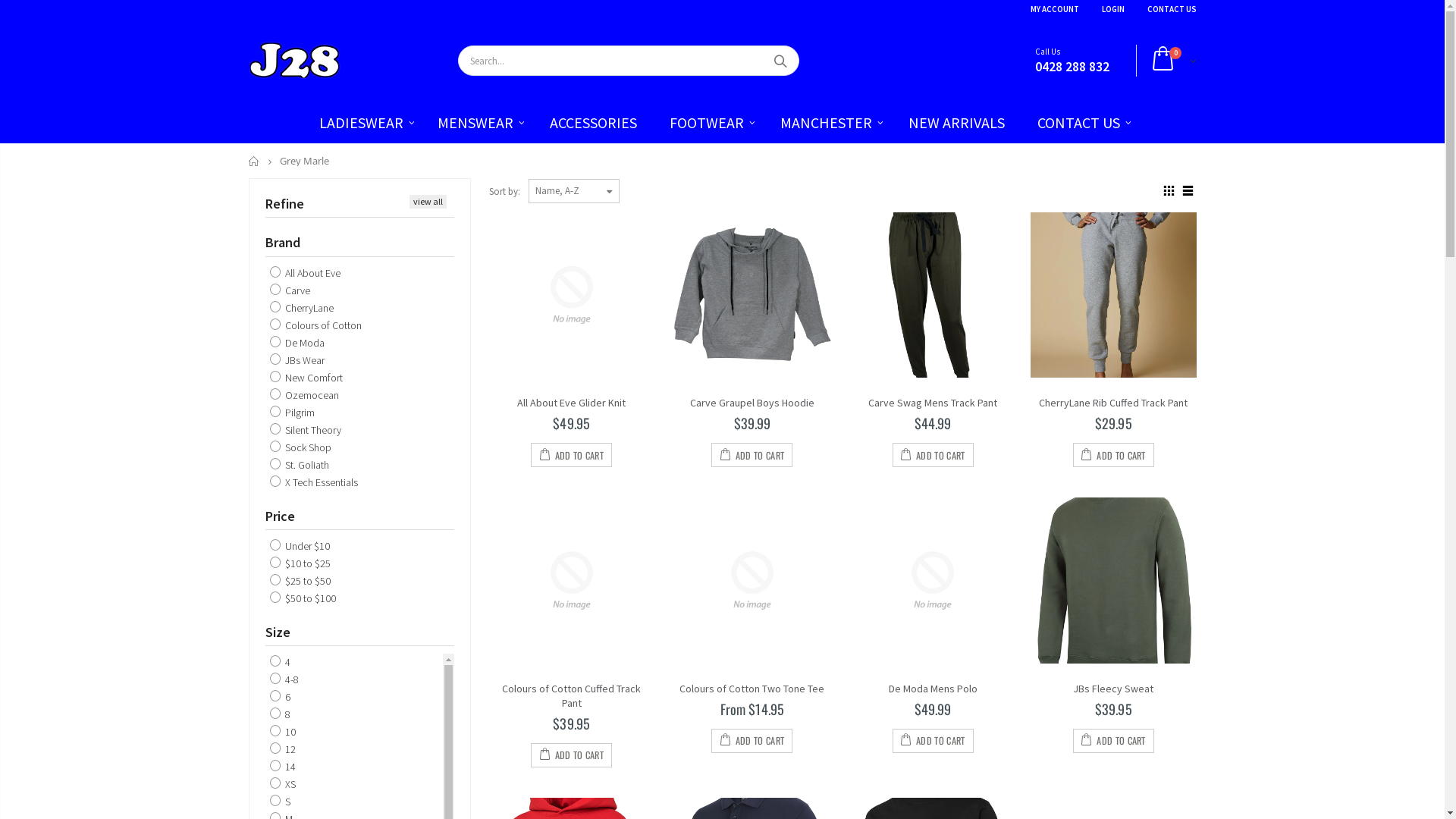  Describe the element at coordinates (269, 580) in the screenshot. I see `'$25 to $50'` at that location.